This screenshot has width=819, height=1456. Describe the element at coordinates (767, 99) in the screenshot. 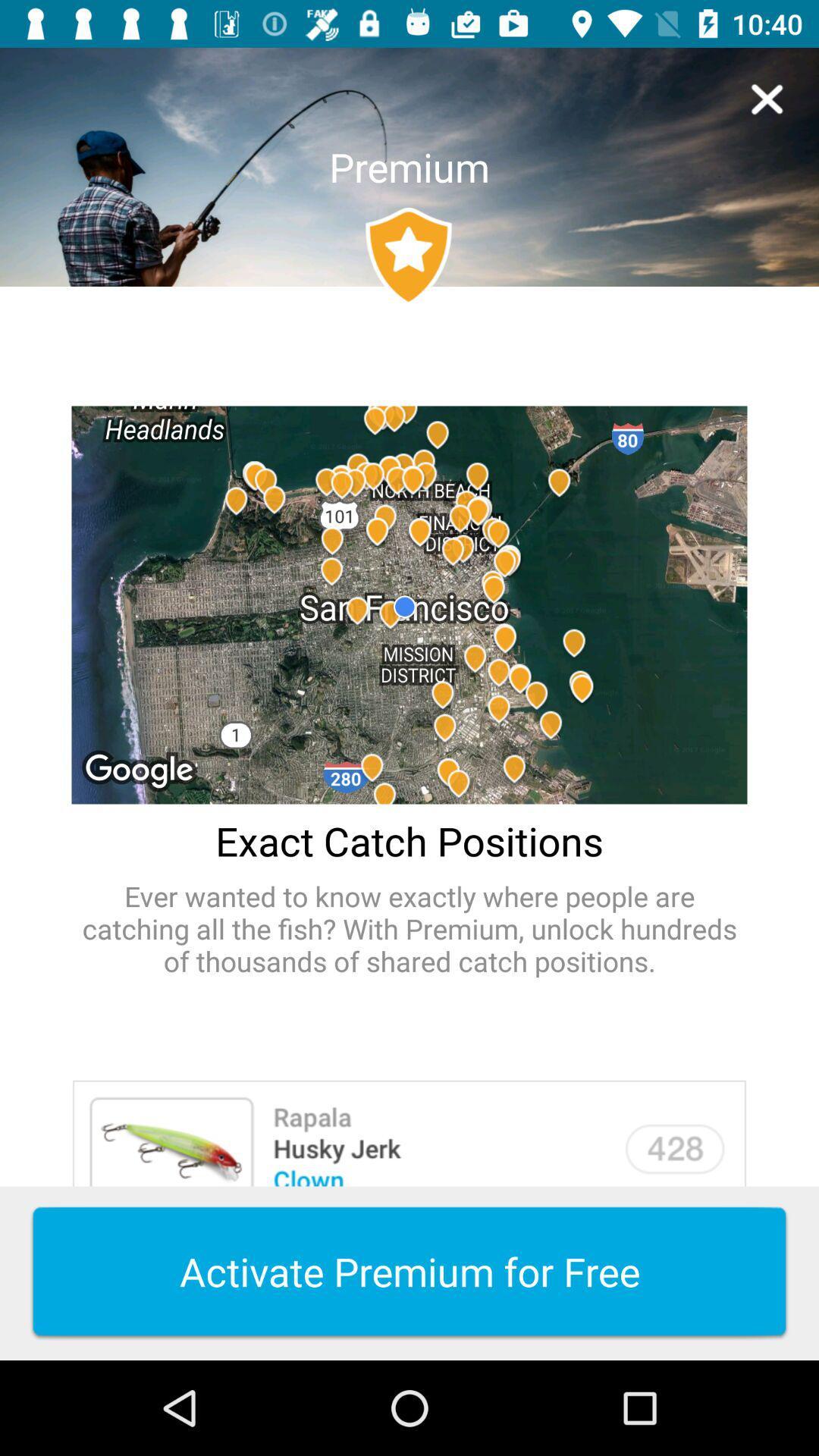

I see `exit page` at that location.